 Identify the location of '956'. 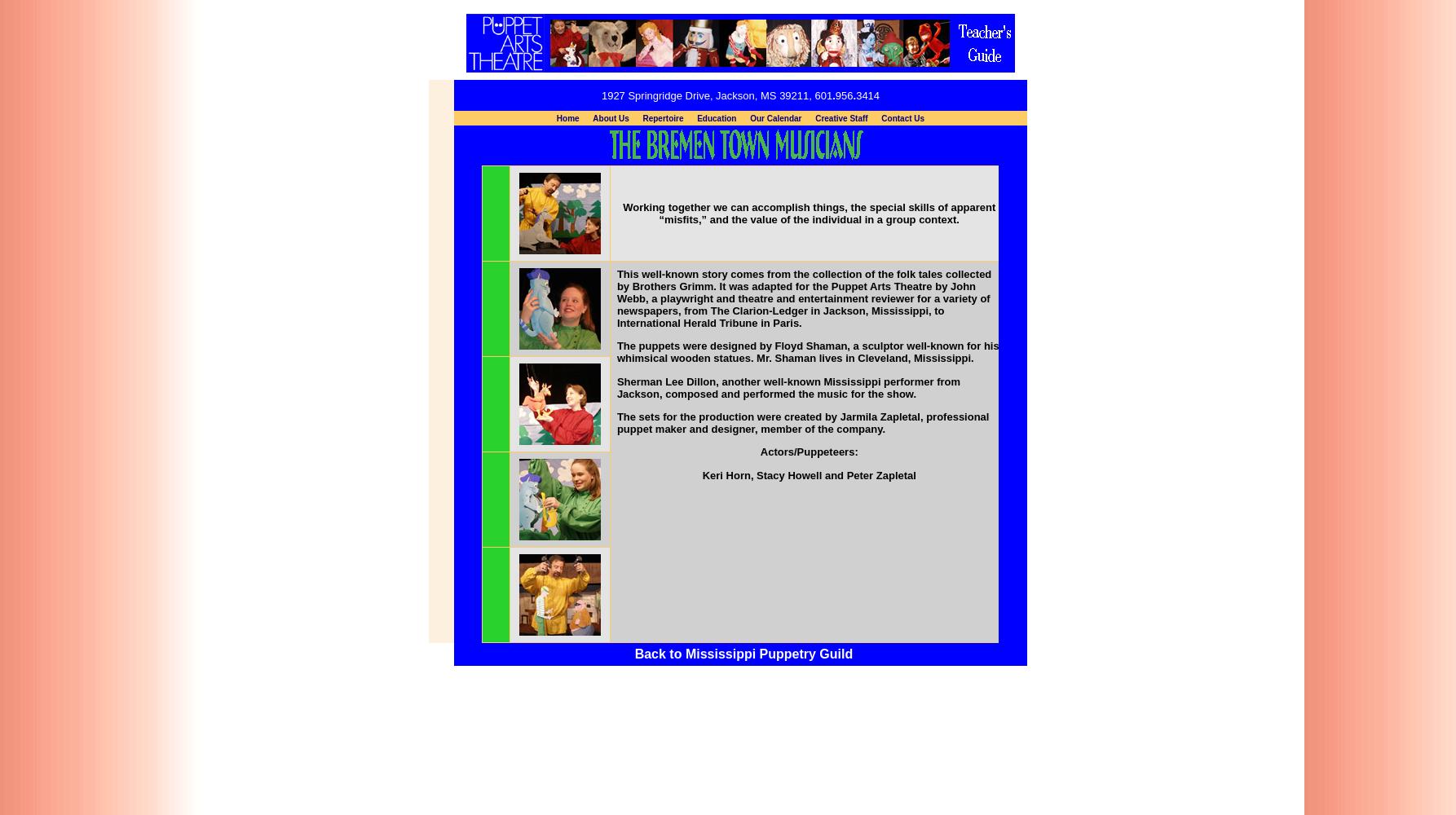
(843, 94).